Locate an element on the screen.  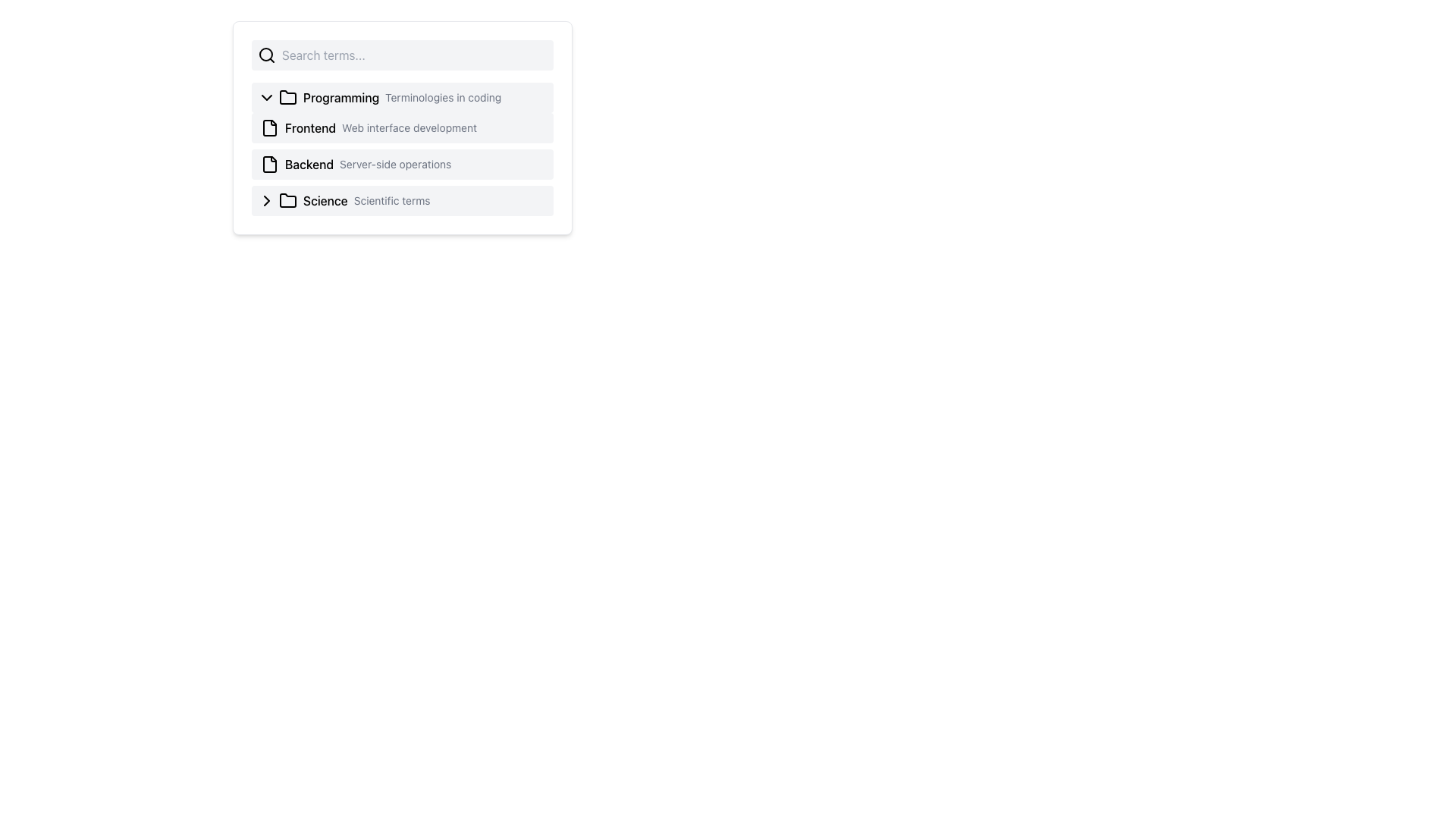
the textual block that displays descriptive titles and details for 'Frontend' and 'Backend', located in the section titled 'Programming Terminologies in coding' is located at coordinates (403, 146).